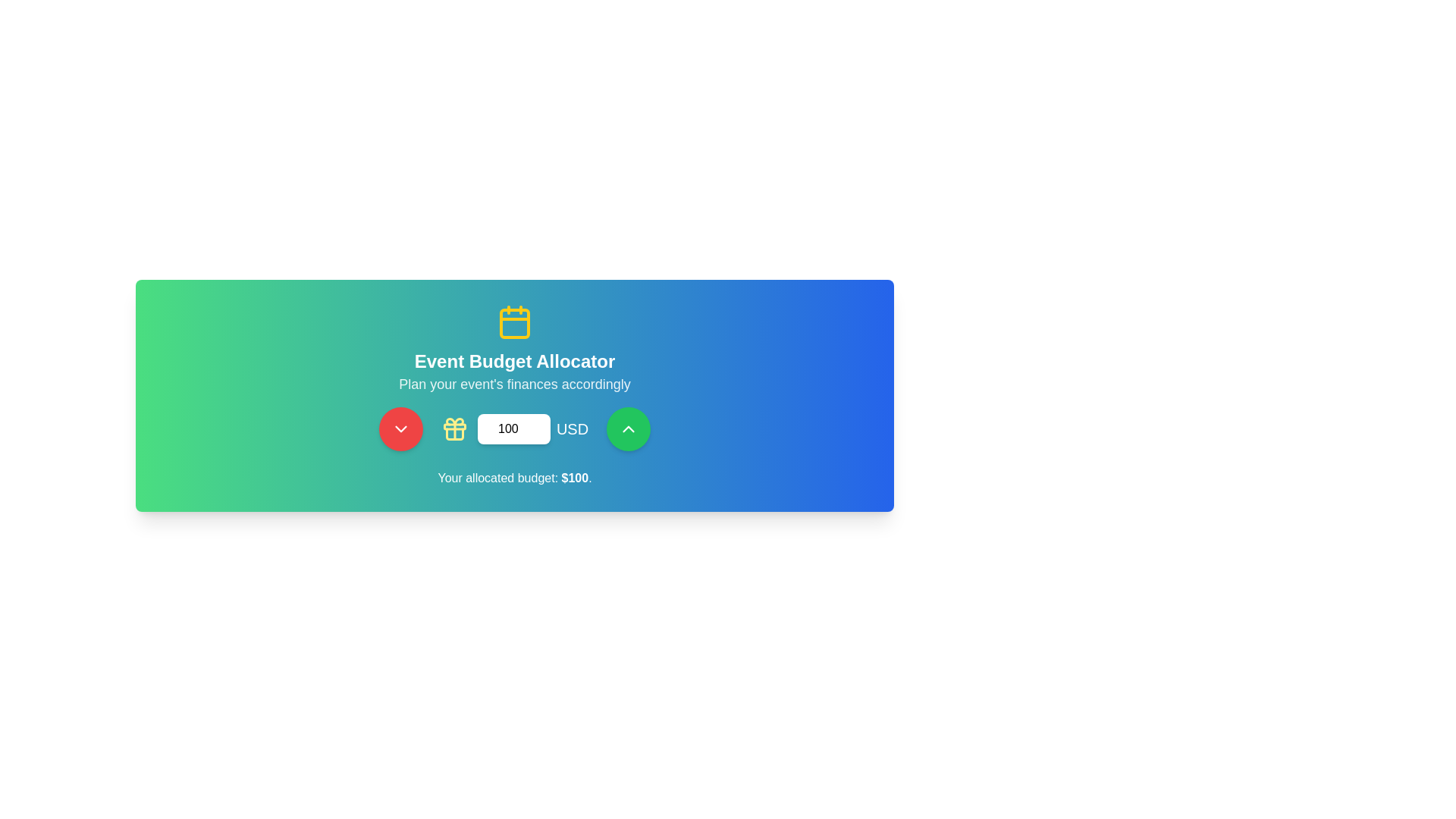  I want to click on the informational header element titled 'Event Budget Allocator' to trigger additional information or style effects, so click(514, 350).